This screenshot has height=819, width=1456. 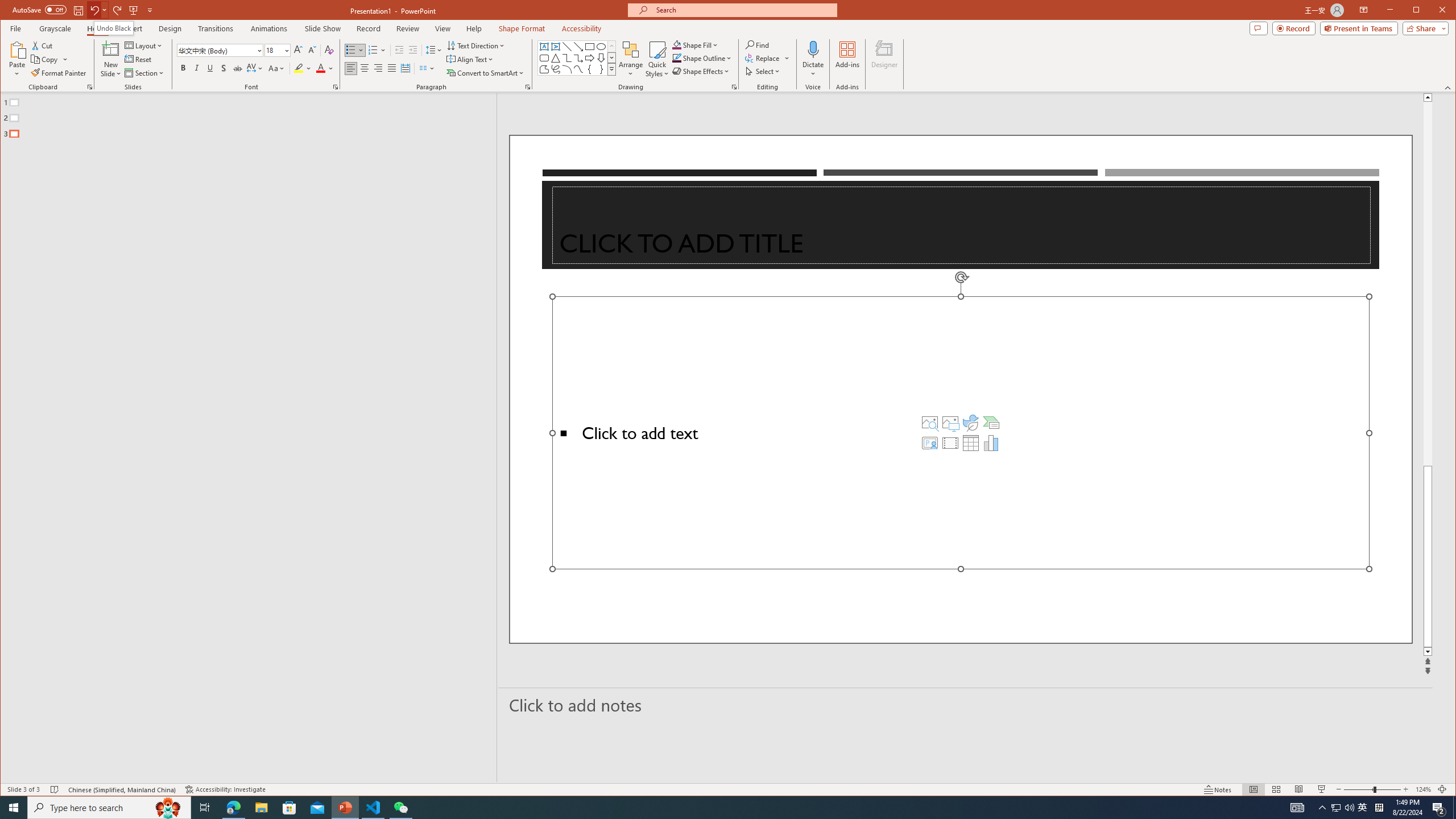 What do you see at coordinates (233, 806) in the screenshot?
I see `'Microsoft Edge - 1 running window'` at bounding box center [233, 806].